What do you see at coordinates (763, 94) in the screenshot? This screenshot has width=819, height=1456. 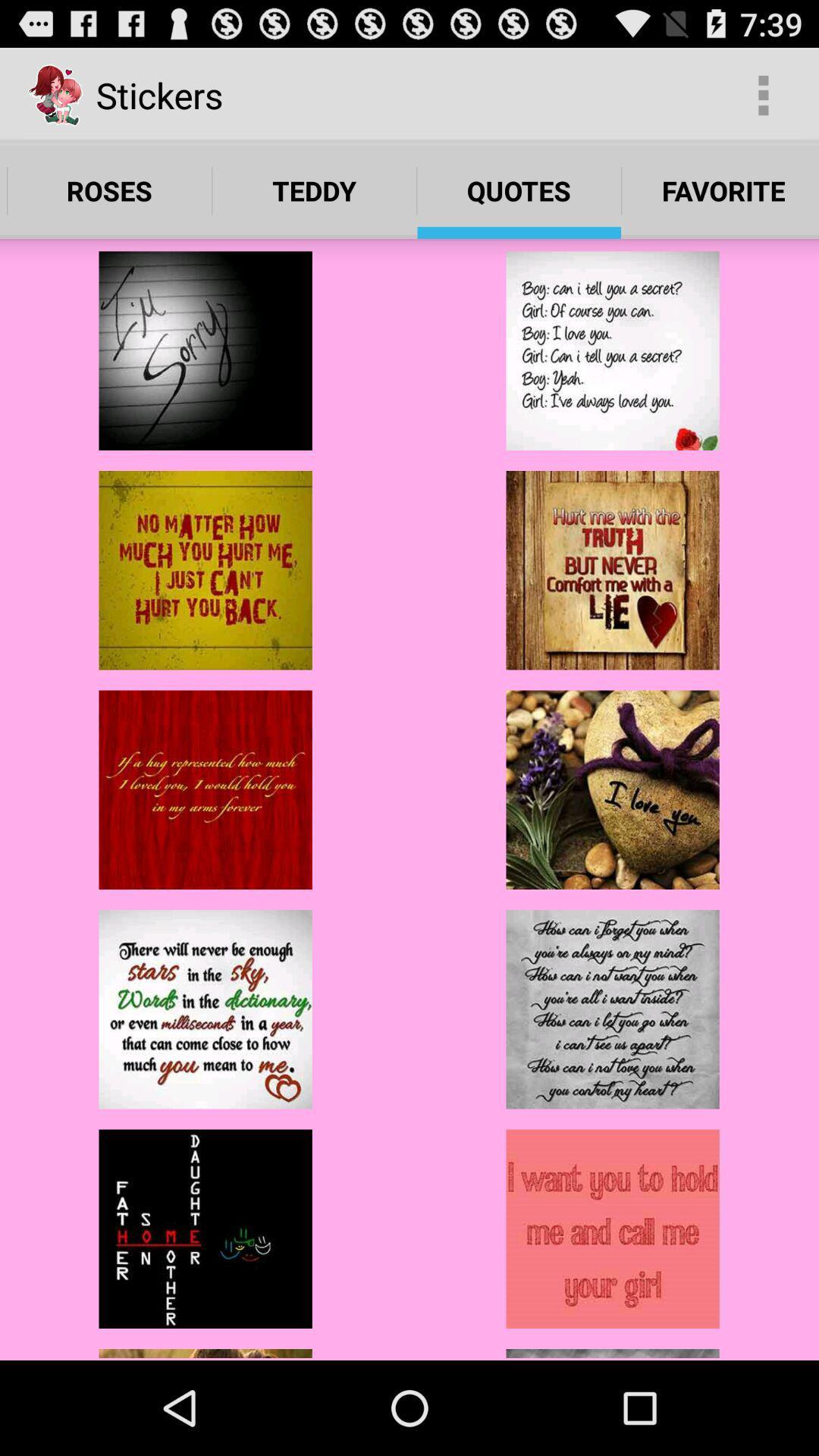 I see `the item next to the stickers` at bounding box center [763, 94].